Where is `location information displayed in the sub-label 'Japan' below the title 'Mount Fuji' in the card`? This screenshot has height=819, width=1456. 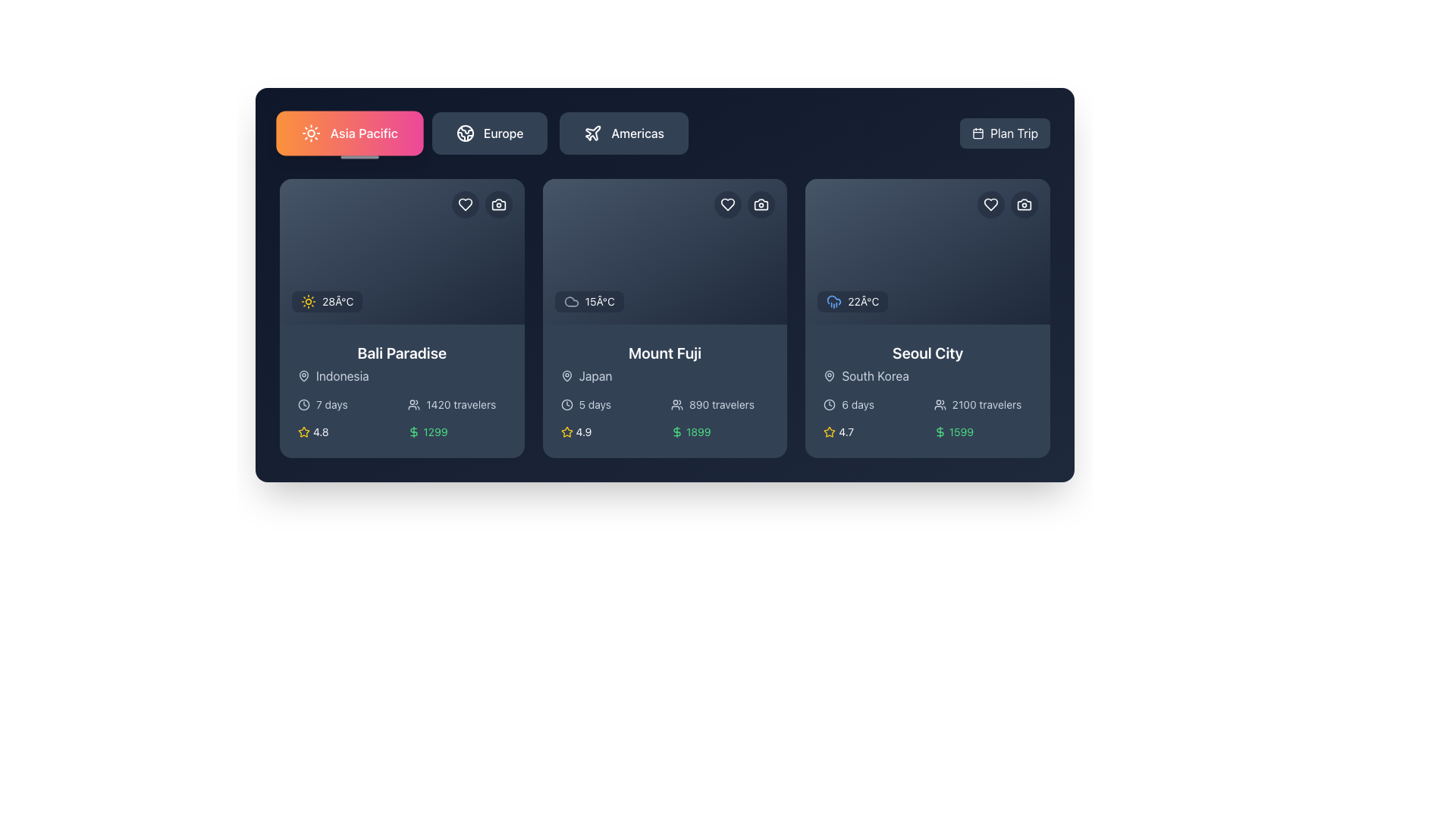 location information displayed in the sub-label 'Japan' below the title 'Mount Fuji' in the card is located at coordinates (665, 363).